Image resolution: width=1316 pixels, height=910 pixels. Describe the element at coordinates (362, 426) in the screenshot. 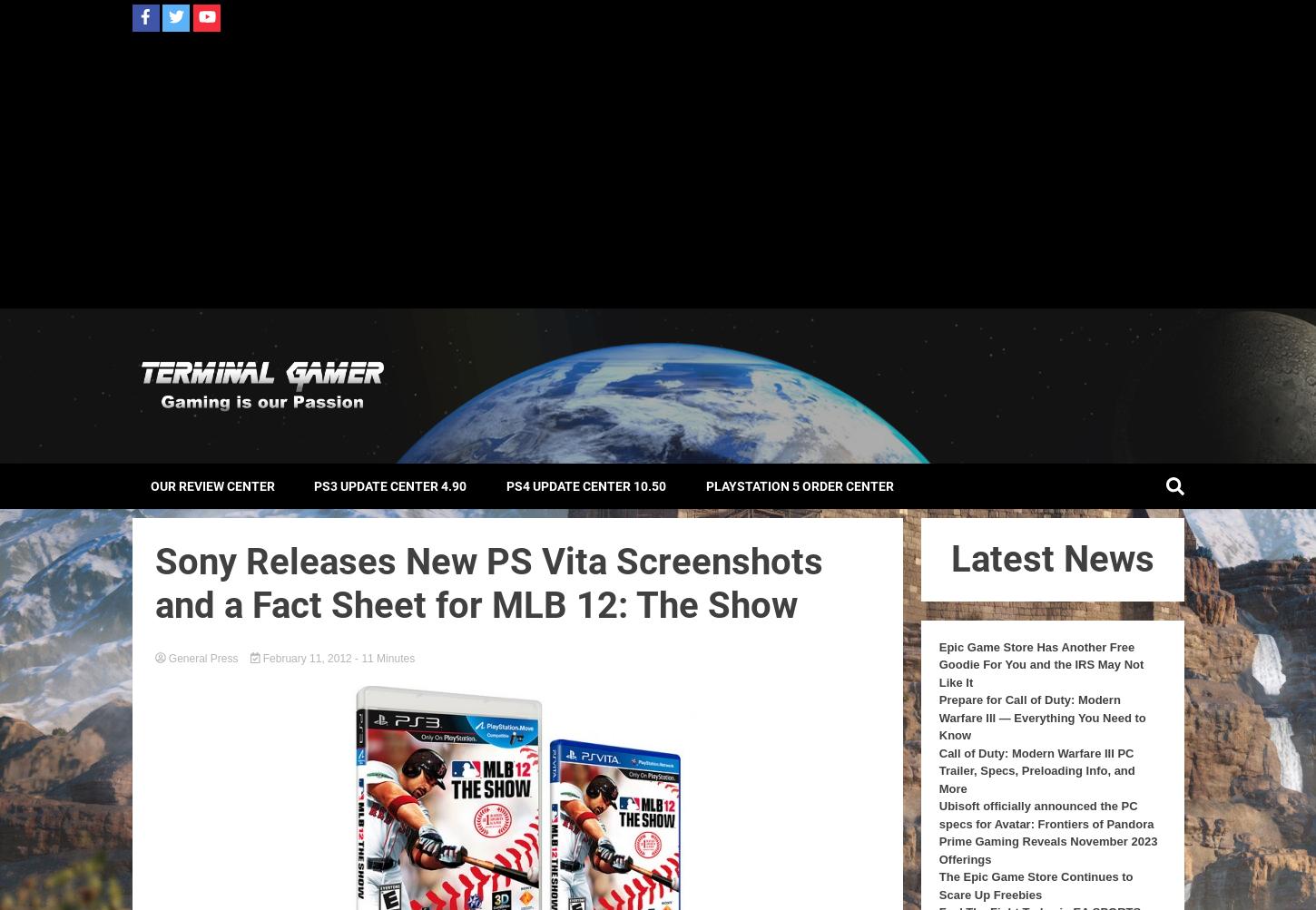

I see `'Gaming is our Passion | PS4, PS5, Xbox One X/S, Nintendo Switch, Oculus Quest'` at that location.